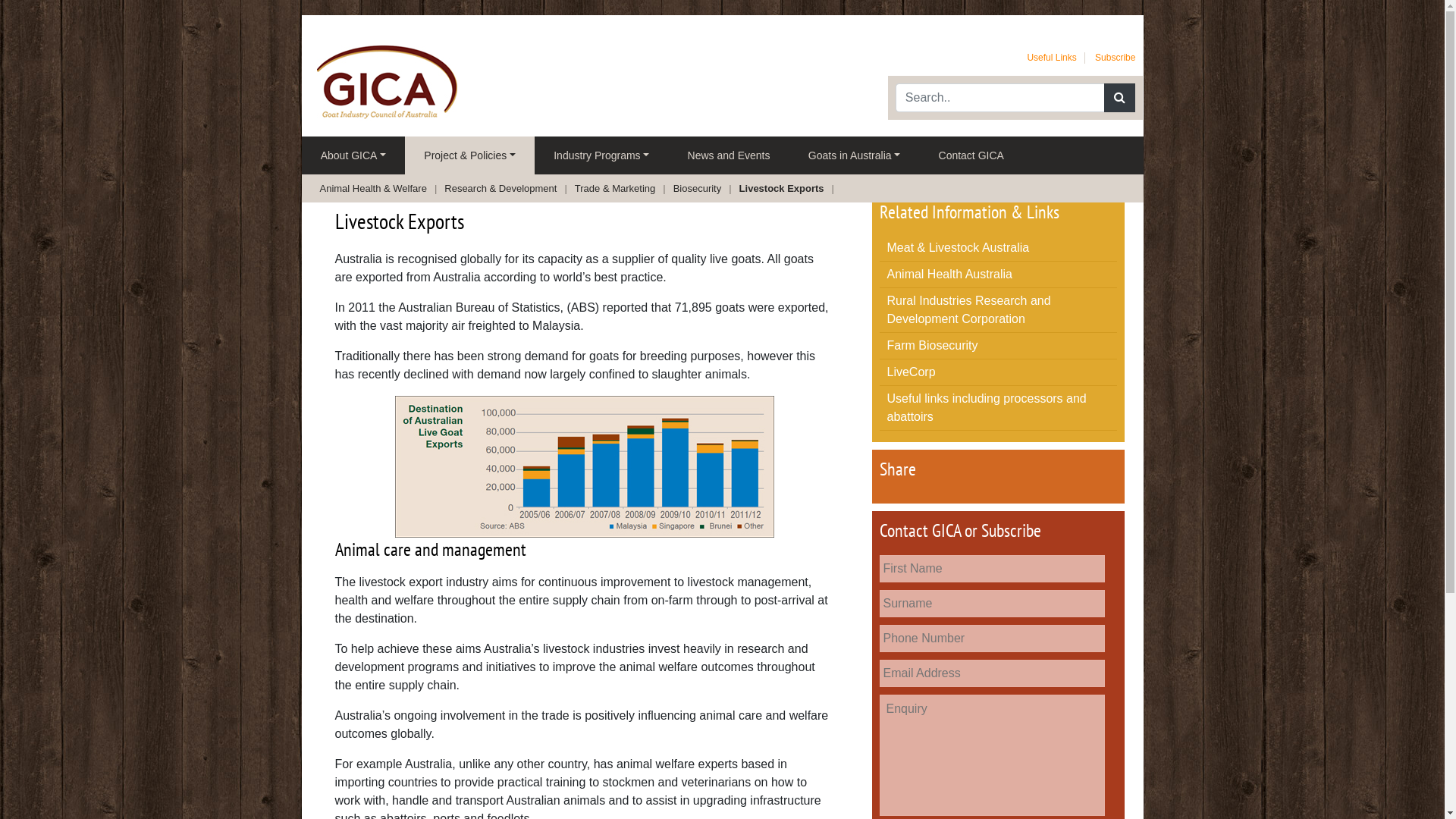 This screenshot has height=819, width=1456. I want to click on 'Useful Links', so click(1026, 57).